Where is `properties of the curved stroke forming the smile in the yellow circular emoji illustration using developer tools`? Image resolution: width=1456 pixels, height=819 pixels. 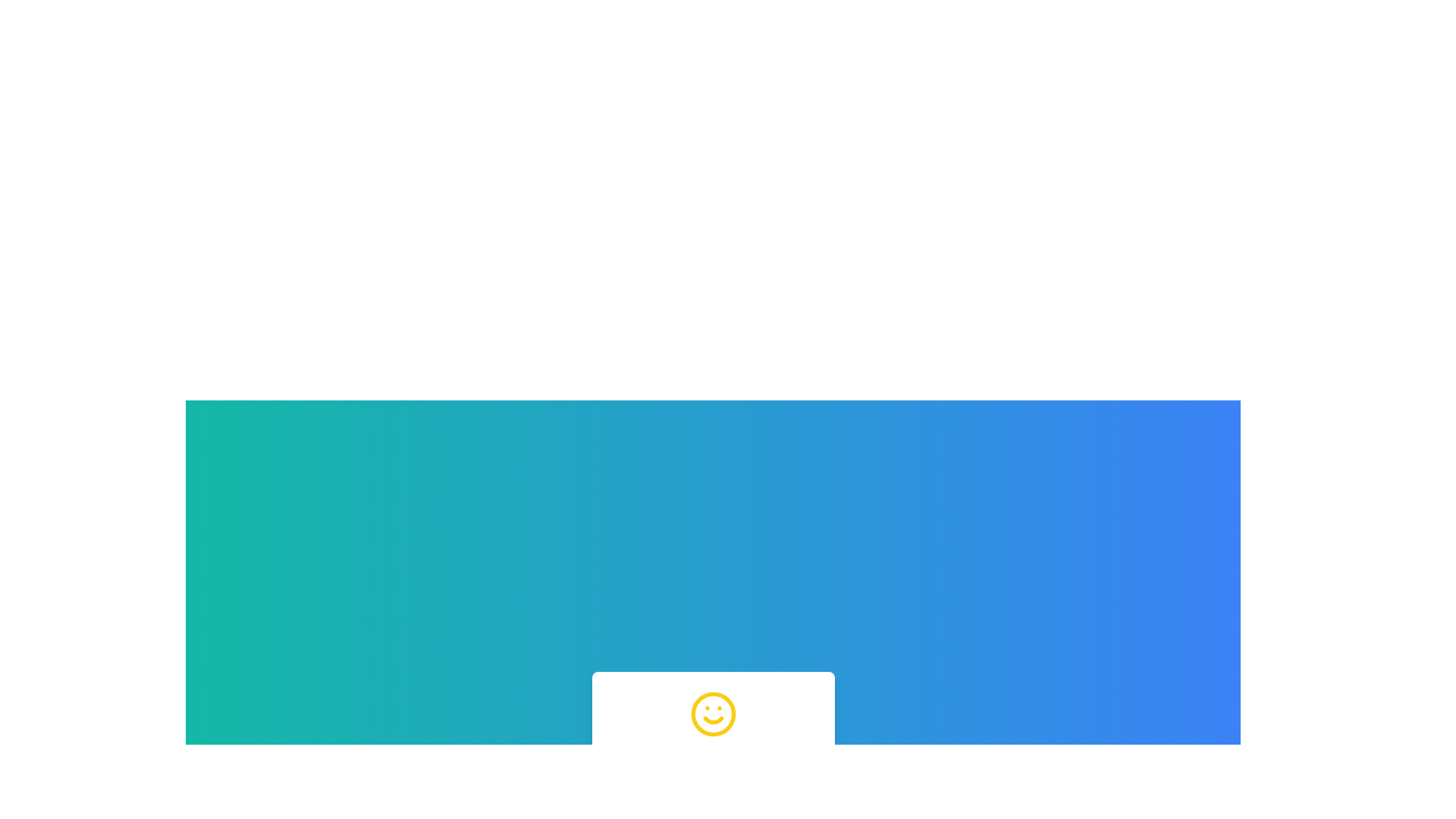 properties of the curved stroke forming the smile in the yellow circular emoji illustration using developer tools is located at coordinates (712, 719).